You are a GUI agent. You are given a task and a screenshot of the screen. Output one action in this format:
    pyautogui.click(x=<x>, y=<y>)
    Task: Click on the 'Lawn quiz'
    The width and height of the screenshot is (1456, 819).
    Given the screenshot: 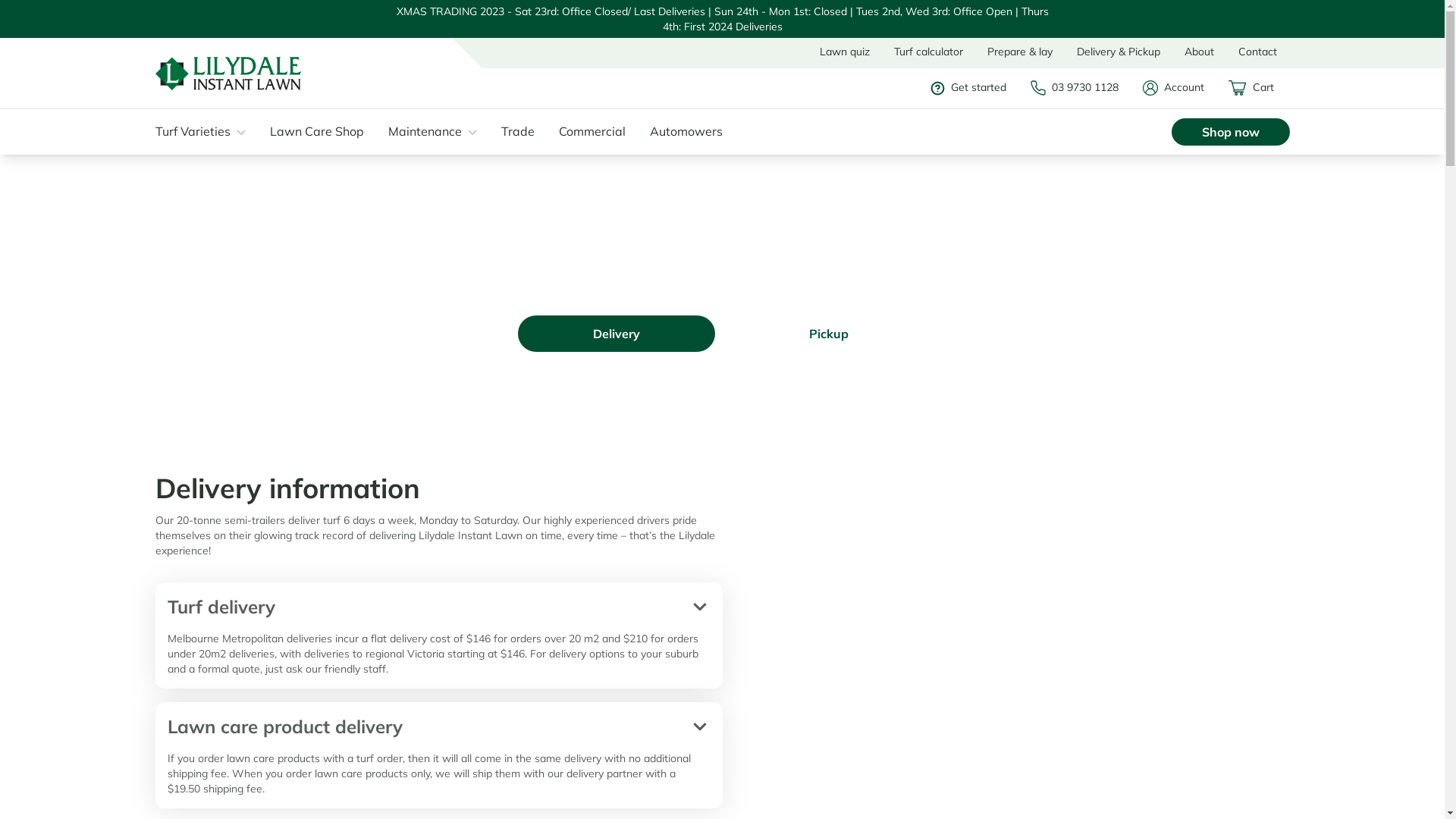 What is the action you would take?
    pyautogui.click(x=843, y=51)
    